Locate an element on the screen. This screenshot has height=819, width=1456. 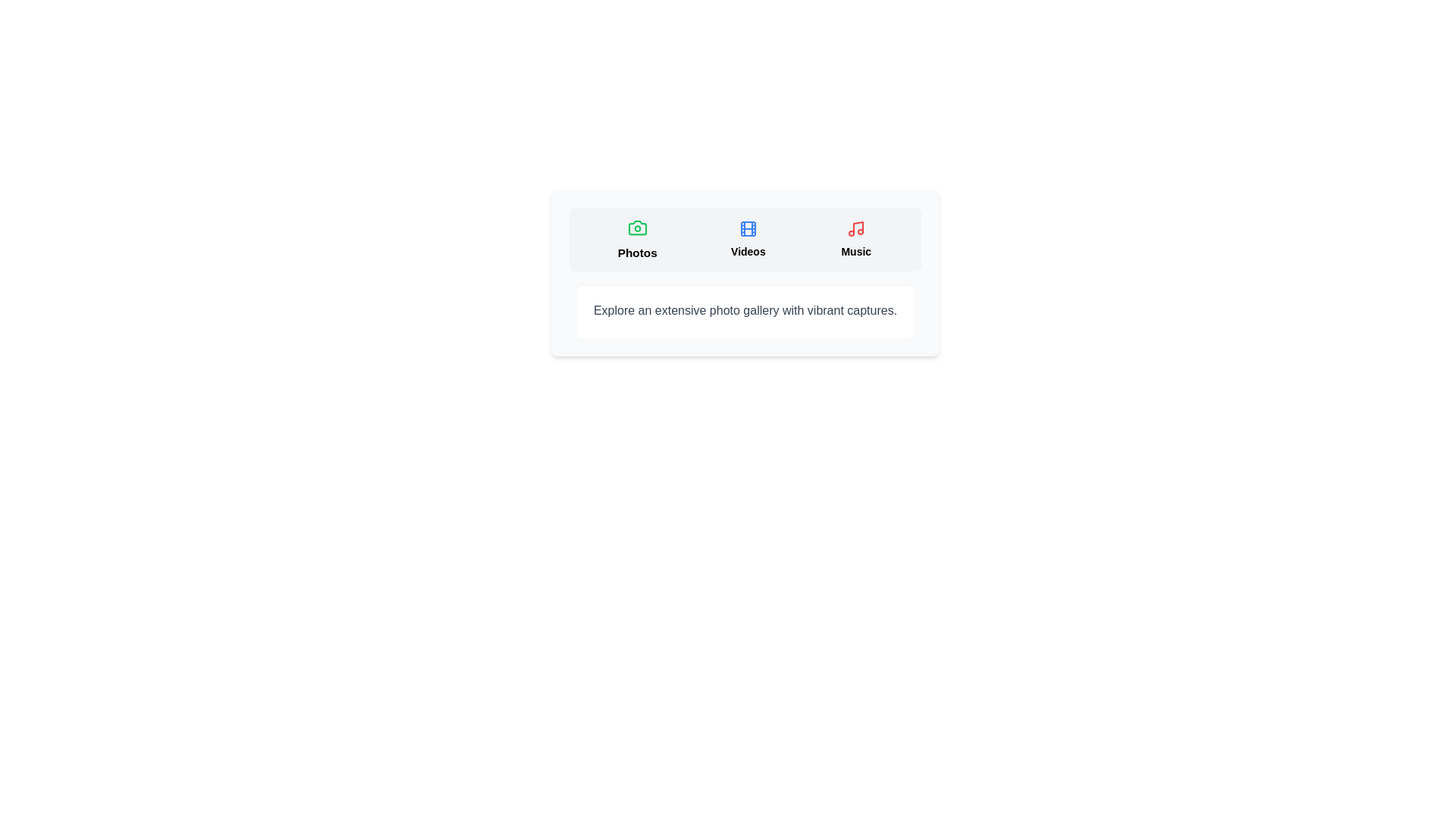
the tab labeled Music to trigger the hover effect is located at coordinates (856, 239).